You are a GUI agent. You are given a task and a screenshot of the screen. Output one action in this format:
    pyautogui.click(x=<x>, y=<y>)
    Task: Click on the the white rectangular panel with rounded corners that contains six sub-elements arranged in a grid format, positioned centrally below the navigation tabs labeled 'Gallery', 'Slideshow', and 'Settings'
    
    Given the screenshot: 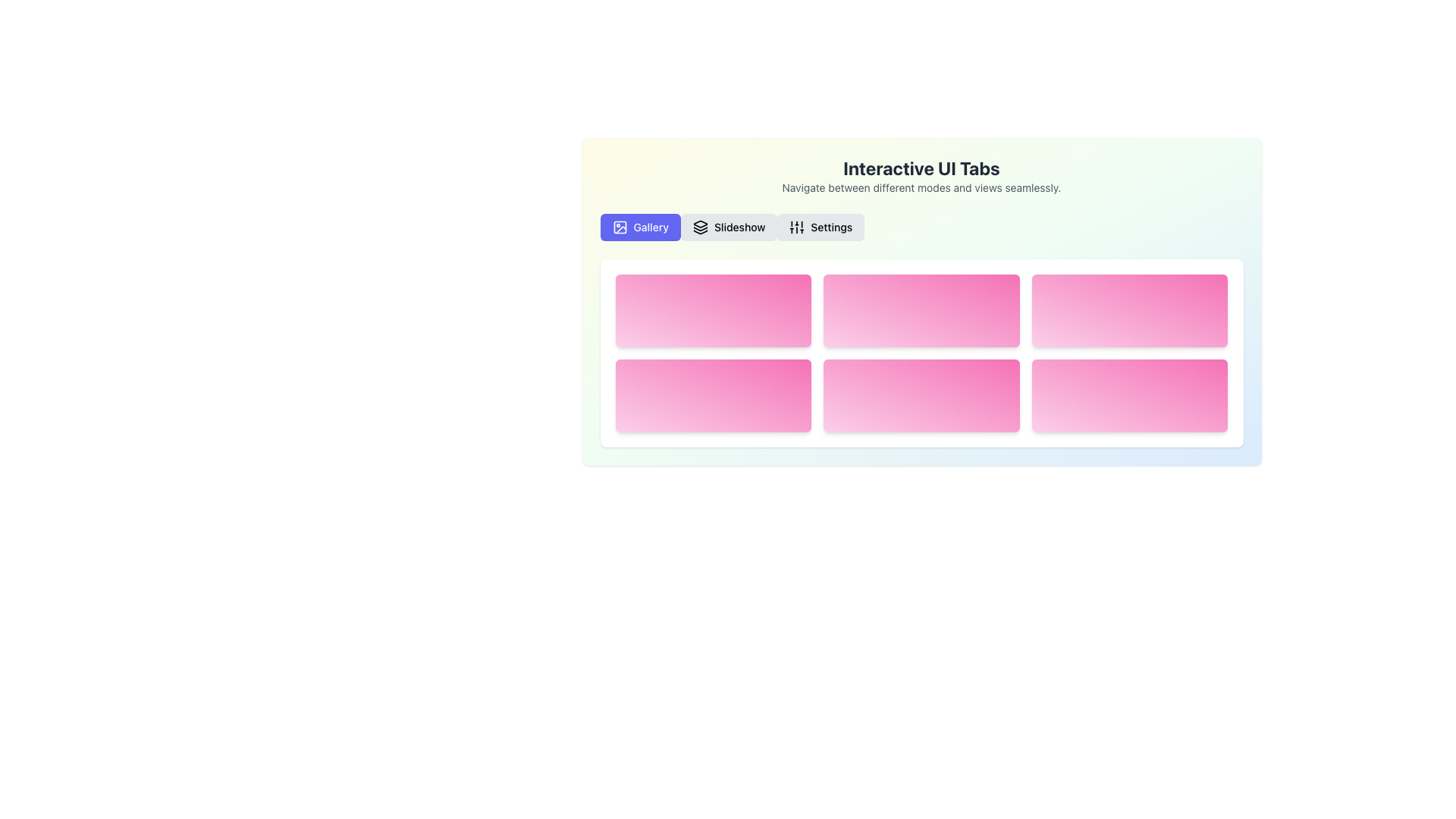 What is the action you would take?
    pyautogui.click(x=921, y=353)
    